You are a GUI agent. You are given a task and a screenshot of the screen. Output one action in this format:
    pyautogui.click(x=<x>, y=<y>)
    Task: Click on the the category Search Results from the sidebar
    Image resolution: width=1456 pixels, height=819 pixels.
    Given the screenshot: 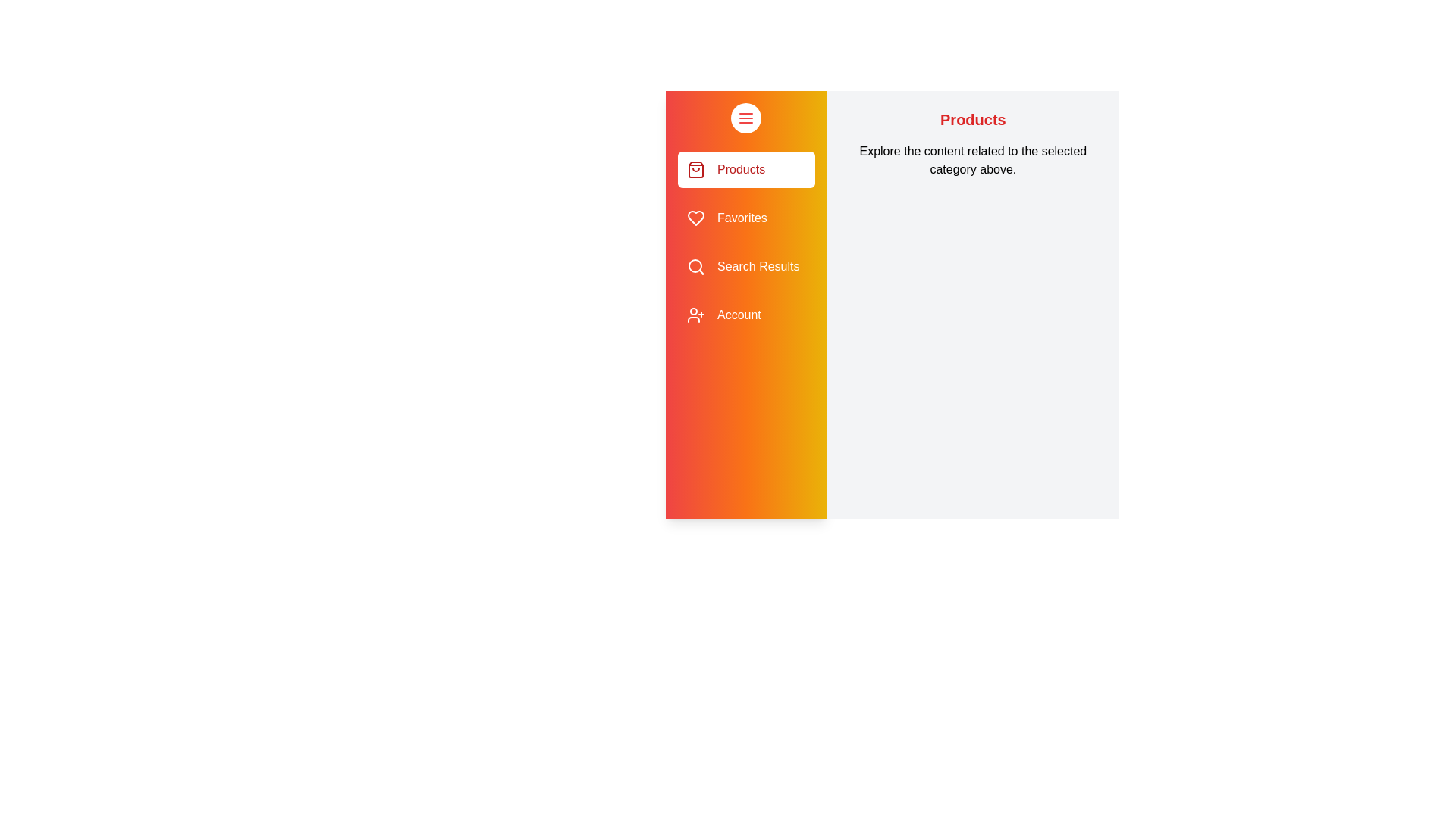 What is the action you would take?
    pyautogui.click(x=745, y=265)
    